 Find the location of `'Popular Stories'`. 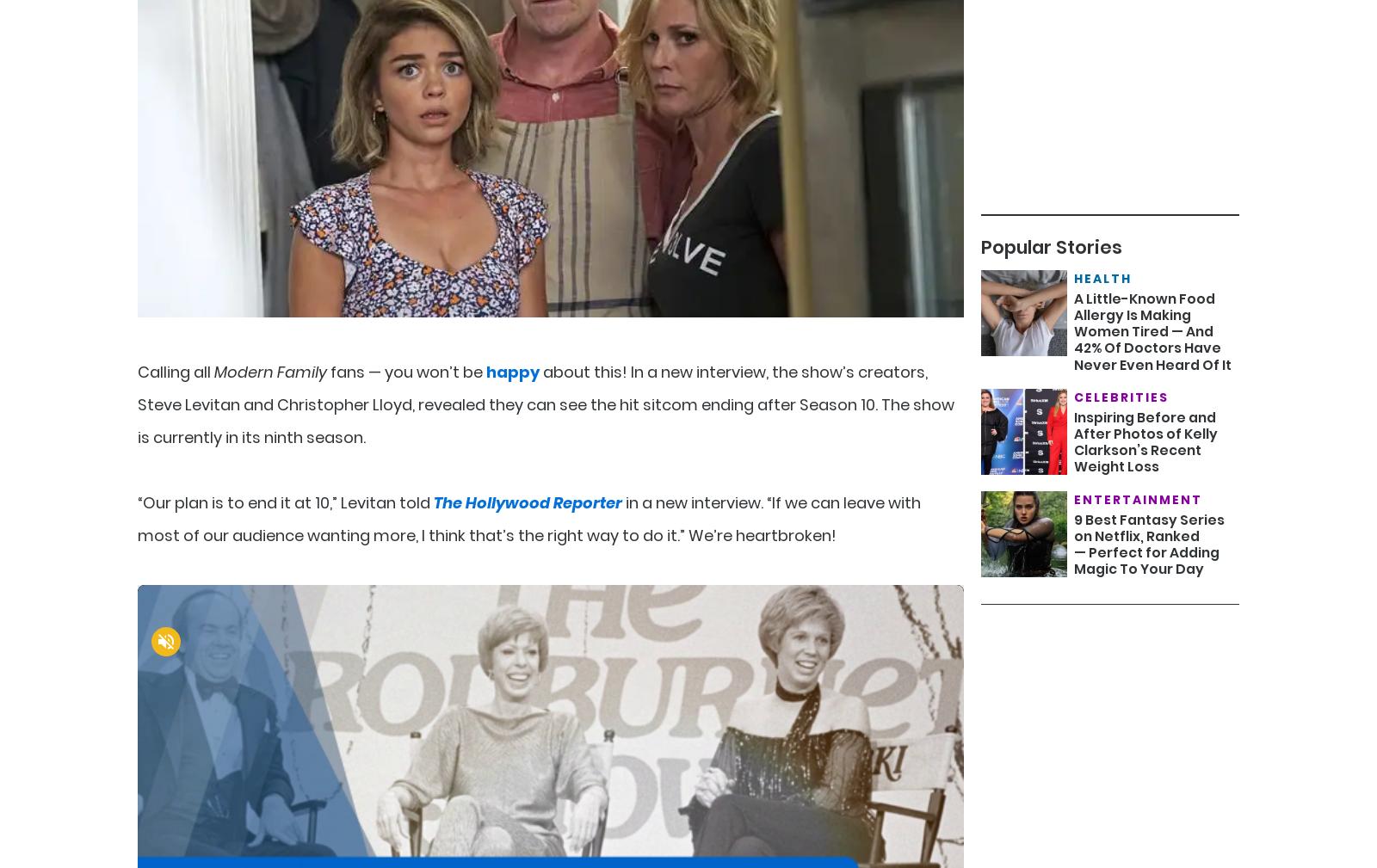

'Popular Stories' is located at coordinates (1050, 246).